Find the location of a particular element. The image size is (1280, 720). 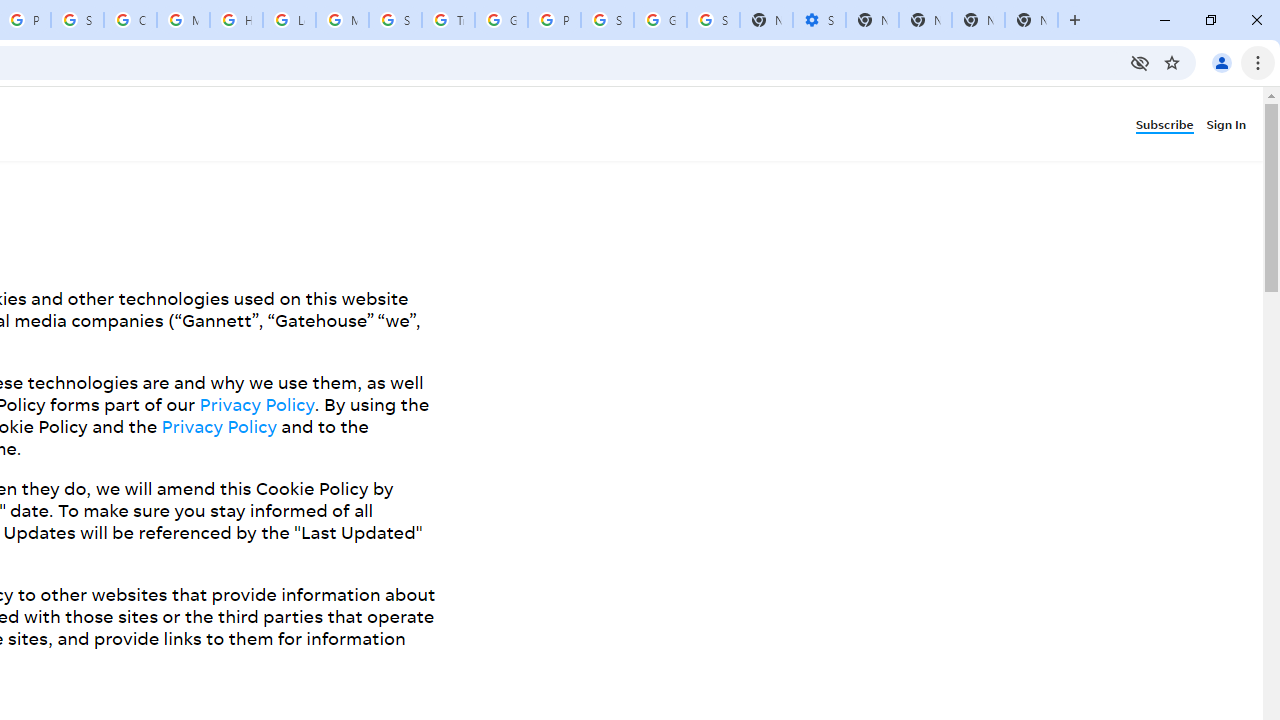

'Subscribe' is located at coordinates (1169, 123).